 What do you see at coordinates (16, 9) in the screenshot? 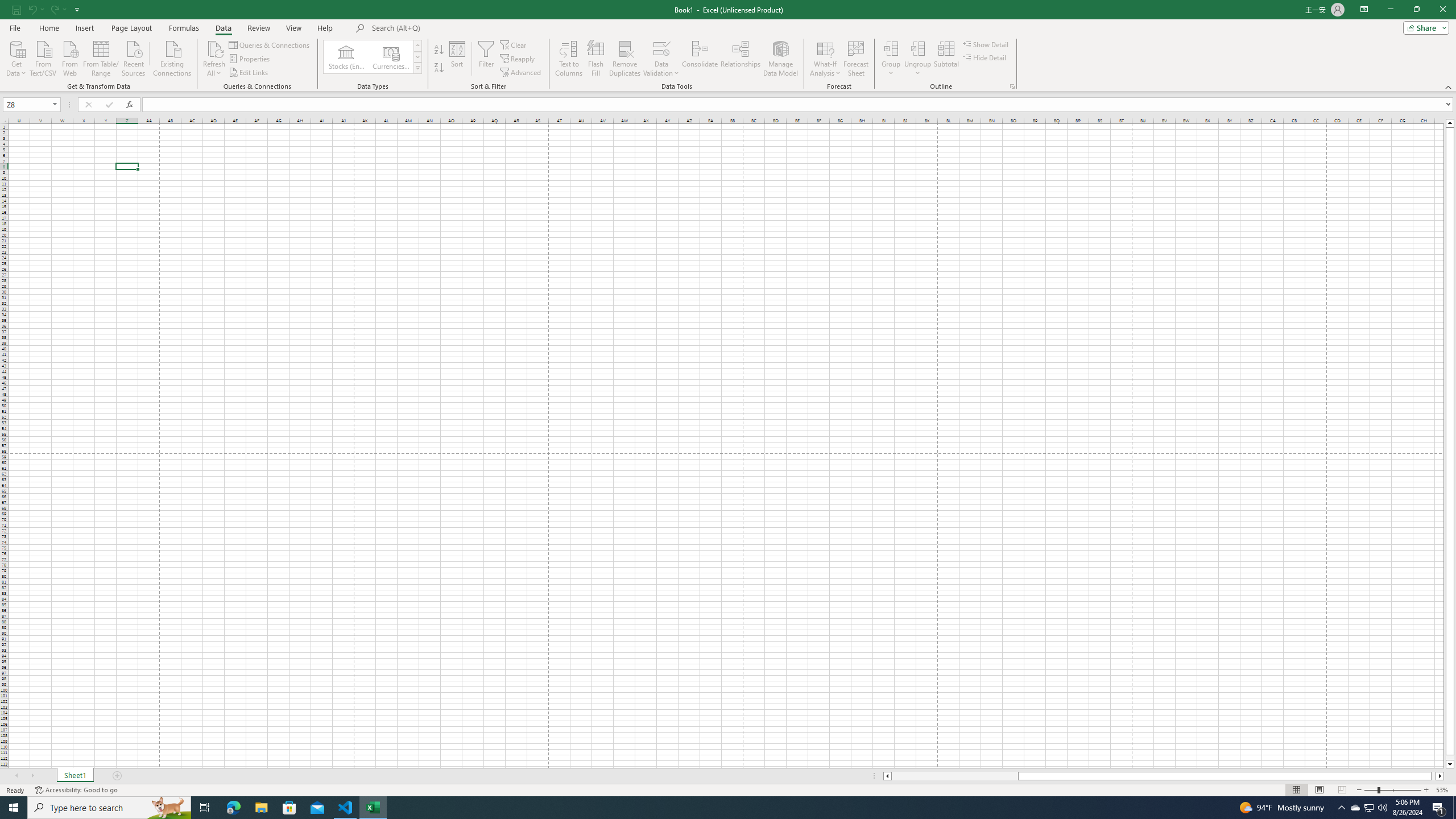
I see `'Save'` at bounding box center [16, 9].